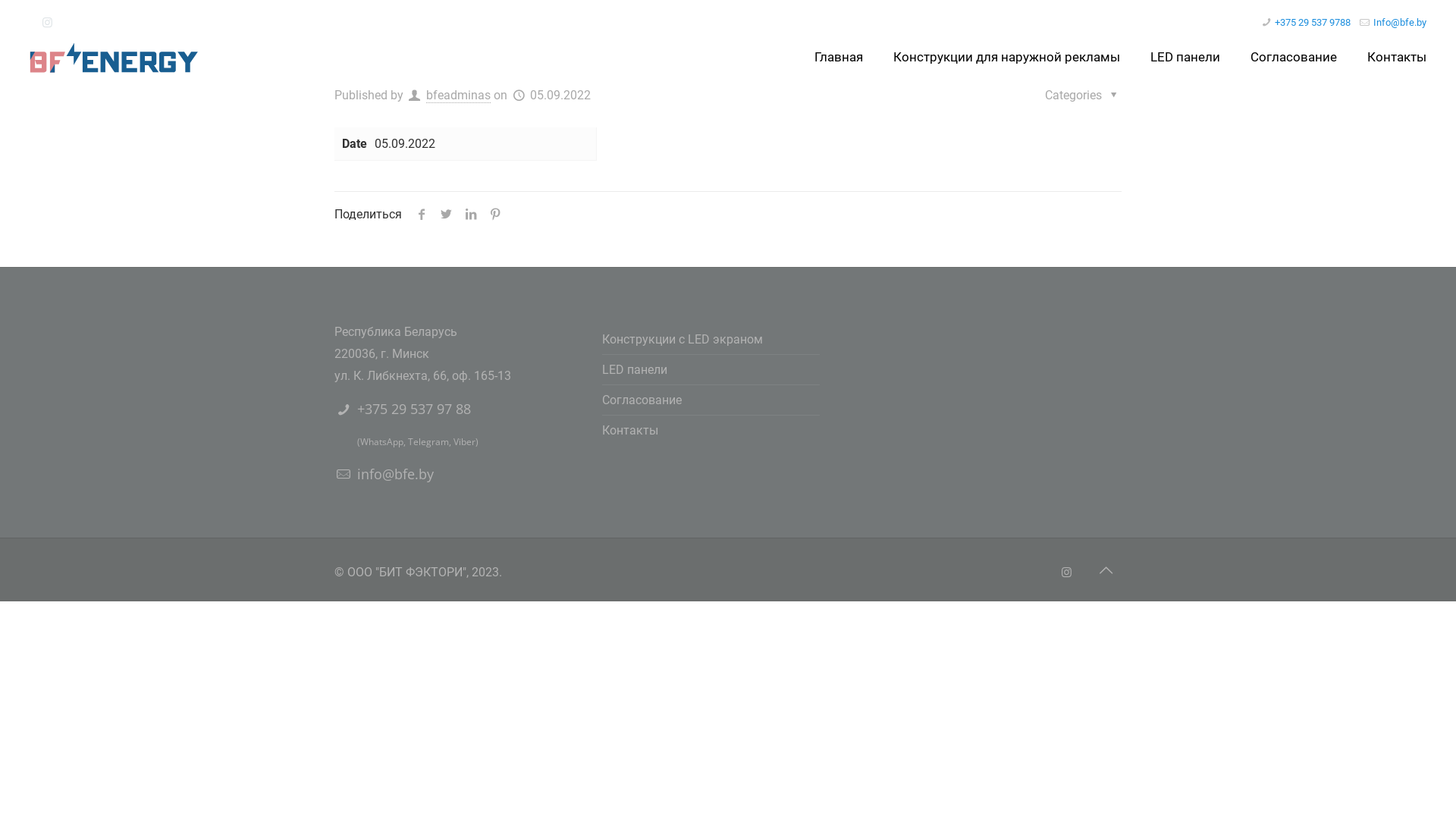 Image resolution: width=1456 pixels, height=819 pixels. What do you see at coordinates (1399, 22) in the screenshot?
I see `'Info@bfe.by'` at bounding box center [1399, 22].